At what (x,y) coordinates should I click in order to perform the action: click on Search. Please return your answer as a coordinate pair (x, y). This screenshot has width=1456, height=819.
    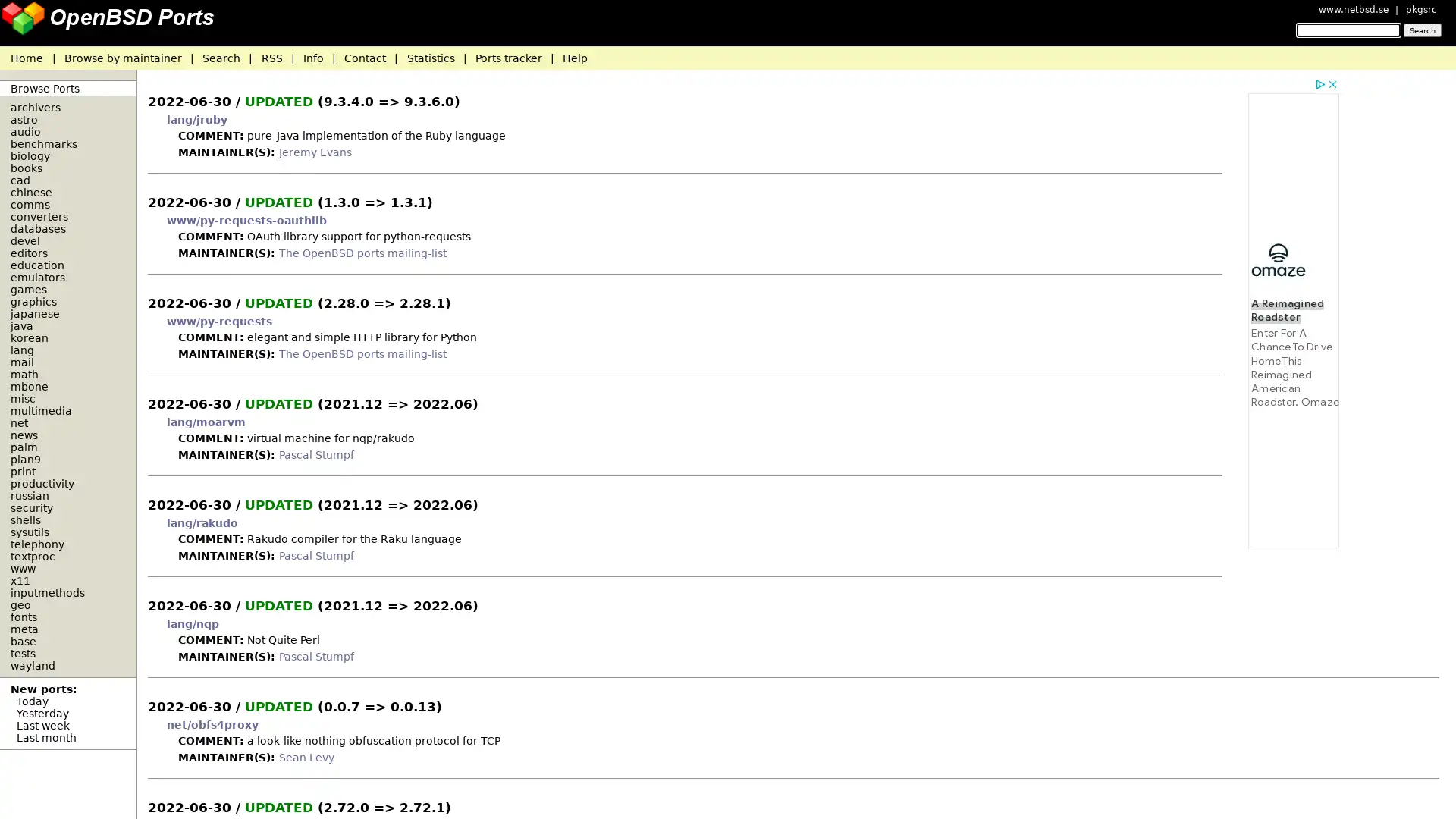
    Looking at the image, I should click on (1421, 30).